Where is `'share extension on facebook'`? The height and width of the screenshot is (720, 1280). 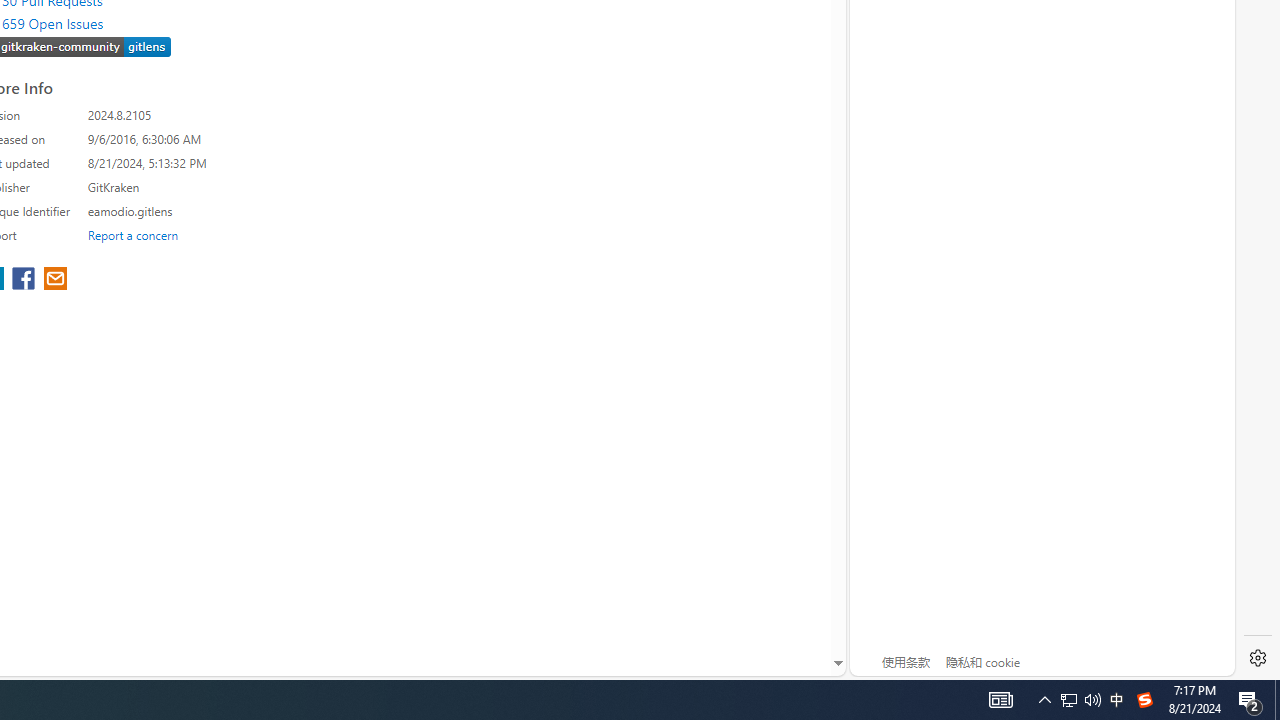
'share extension on facebook' is located at coordinates (26, 280).